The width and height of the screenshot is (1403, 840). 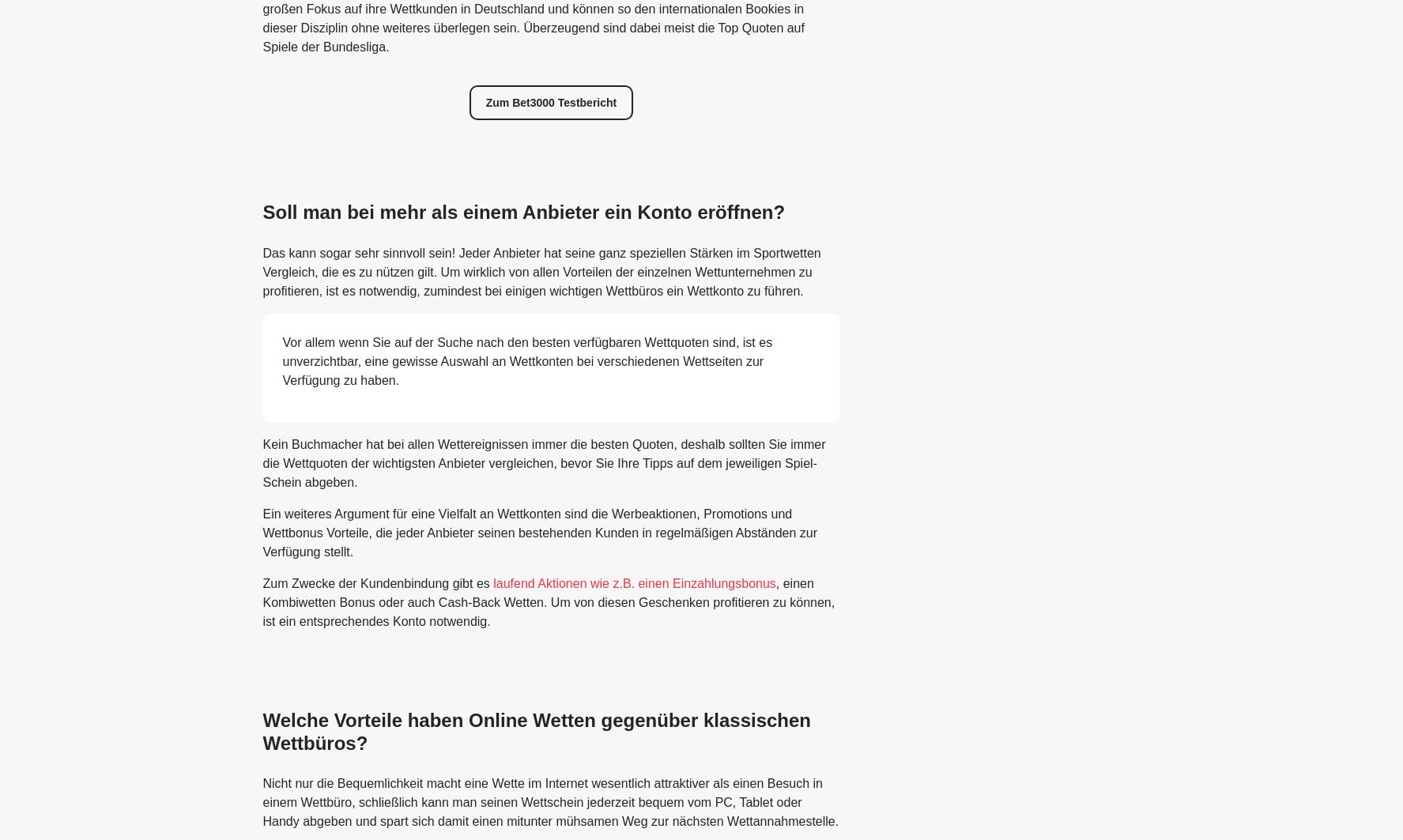 I want to click on 'laufend Aktionen wie z.B. einen Einzahlungsbonus', so click(x=492, y=582).